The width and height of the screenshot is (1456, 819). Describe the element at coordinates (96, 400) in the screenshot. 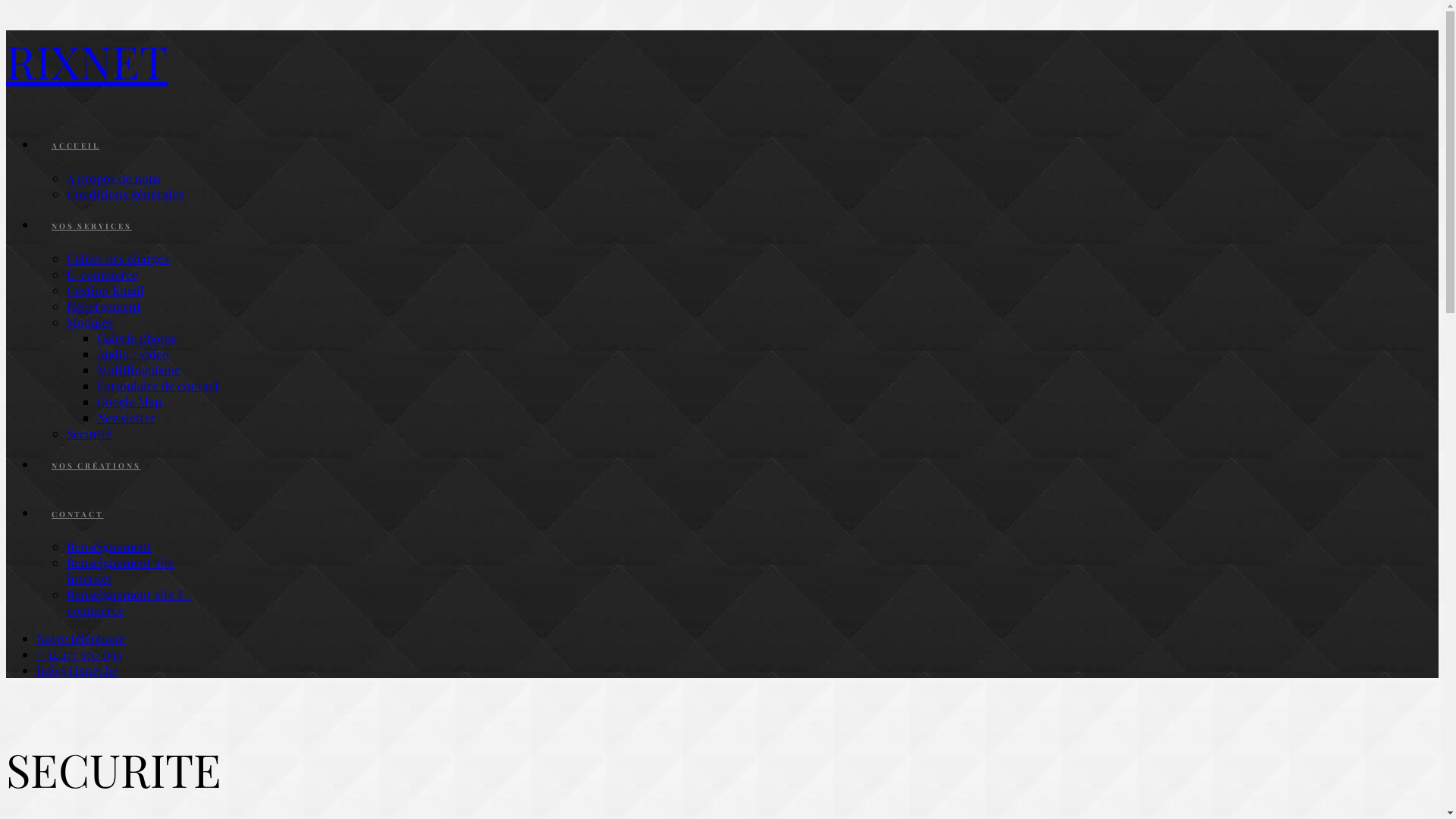

I see `'Google Map'` at that location.